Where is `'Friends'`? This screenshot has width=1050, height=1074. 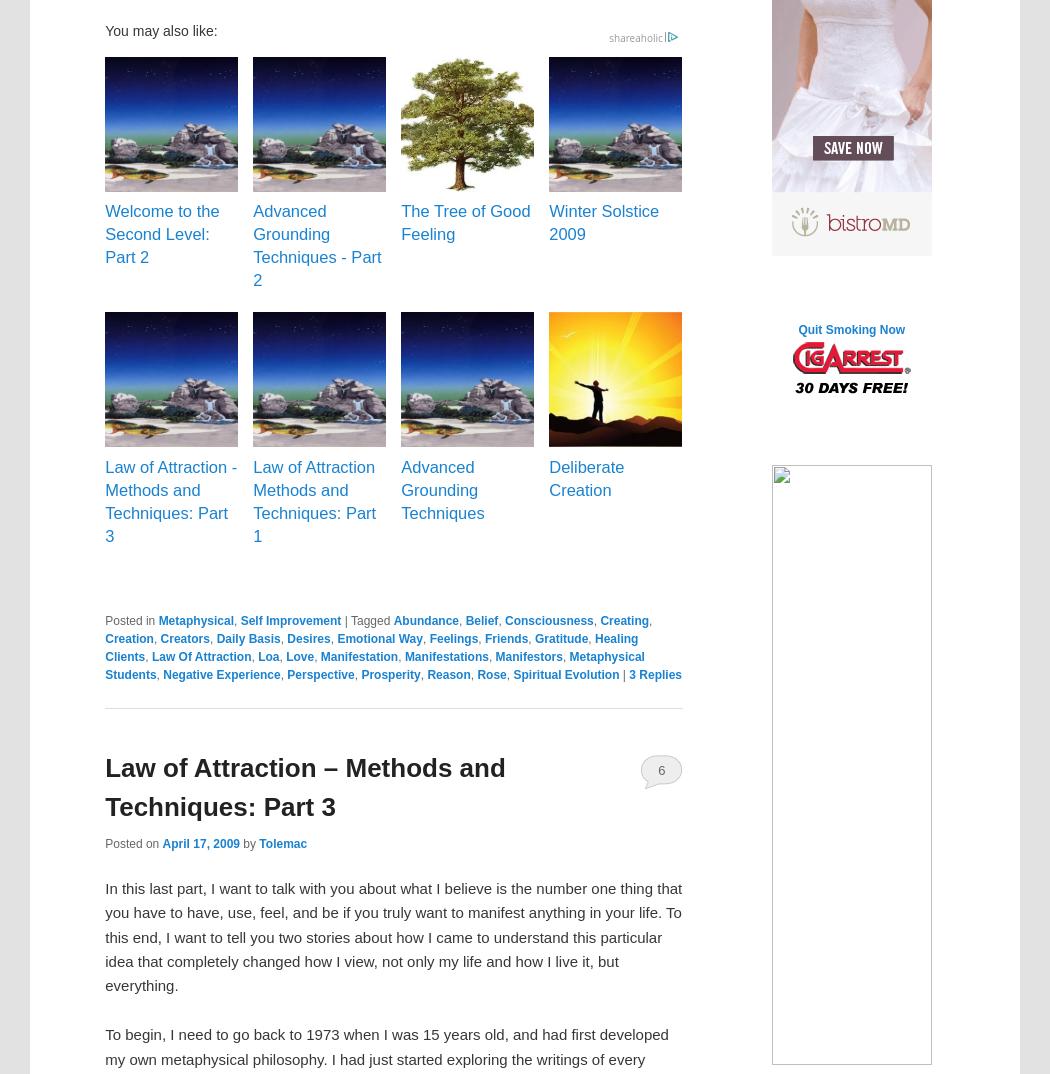
'Friends' is located at coordinates (505, 639).